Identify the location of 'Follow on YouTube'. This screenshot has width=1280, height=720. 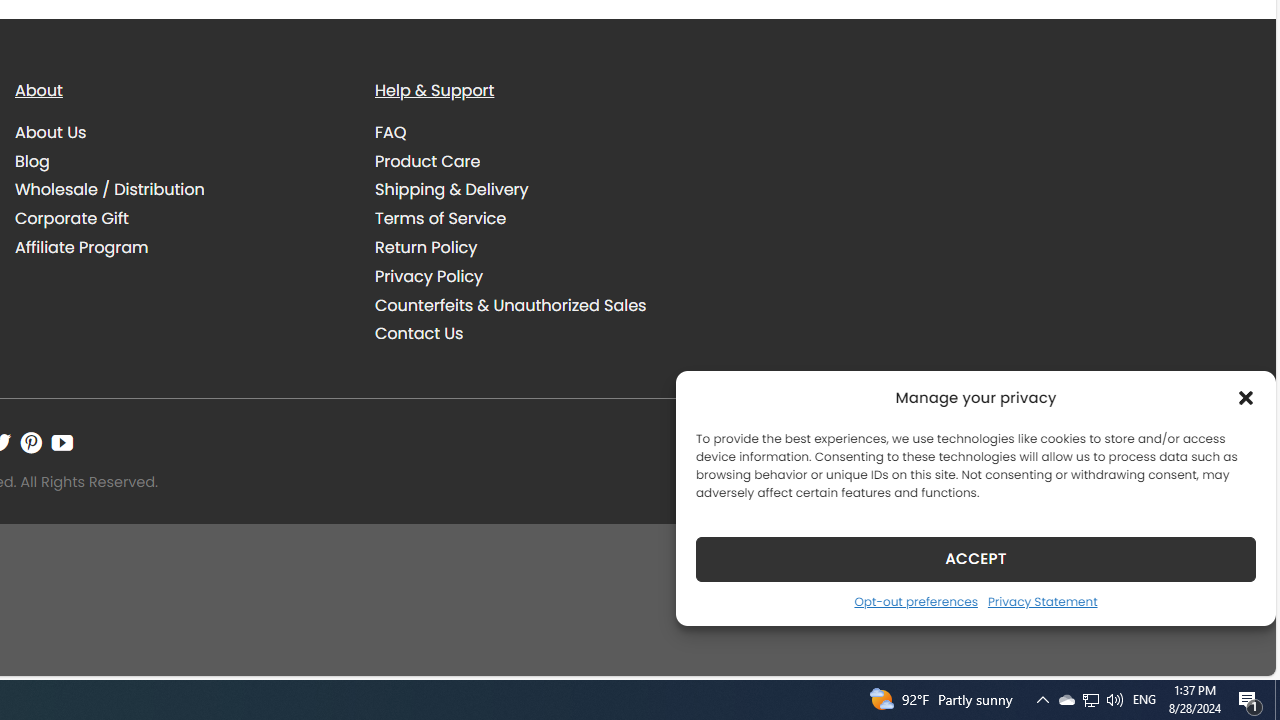
(62, 441).